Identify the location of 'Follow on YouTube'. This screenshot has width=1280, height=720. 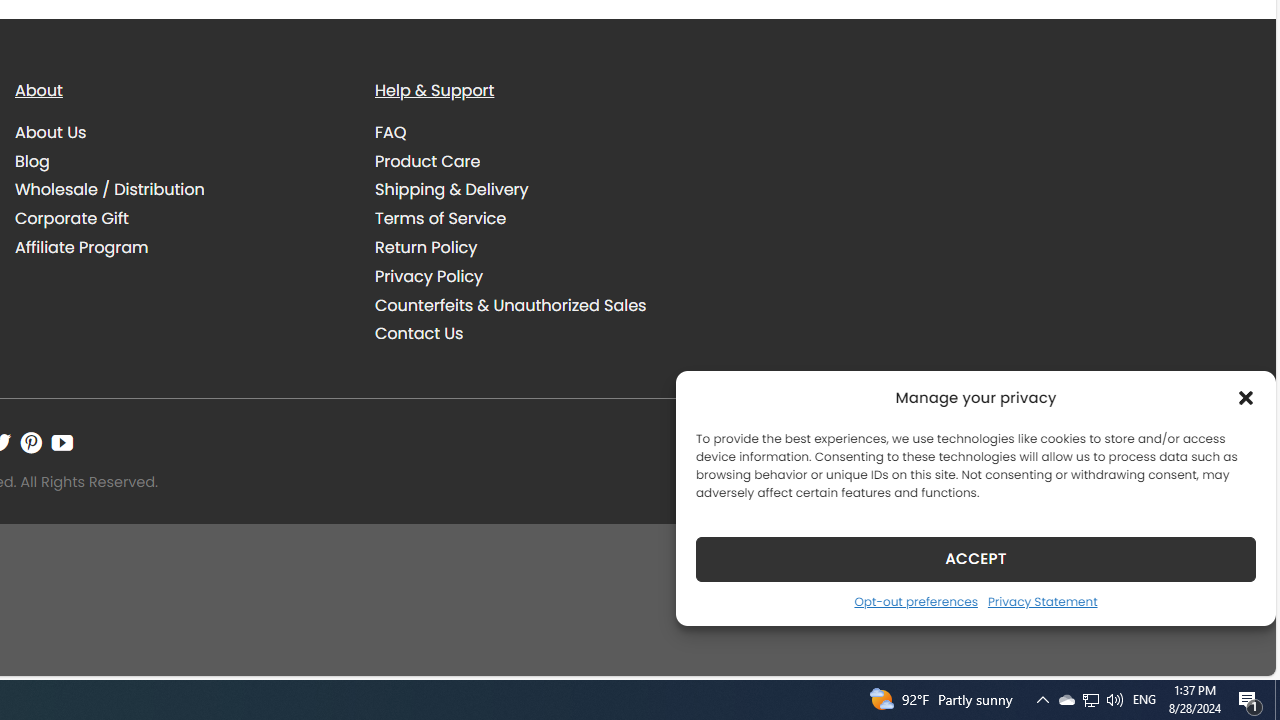
(62, 441).